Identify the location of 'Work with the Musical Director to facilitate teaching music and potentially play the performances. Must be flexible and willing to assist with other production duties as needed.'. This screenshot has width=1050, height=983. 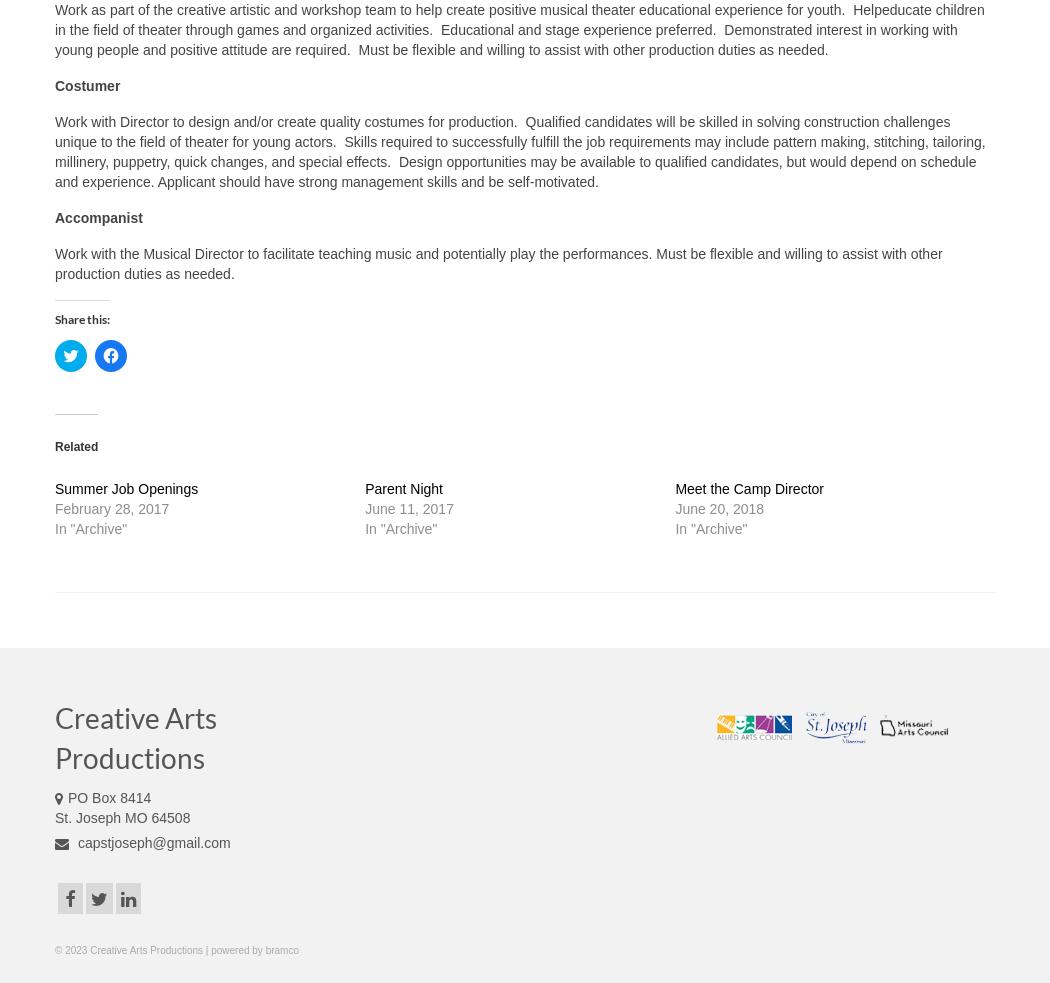
(54, 264).